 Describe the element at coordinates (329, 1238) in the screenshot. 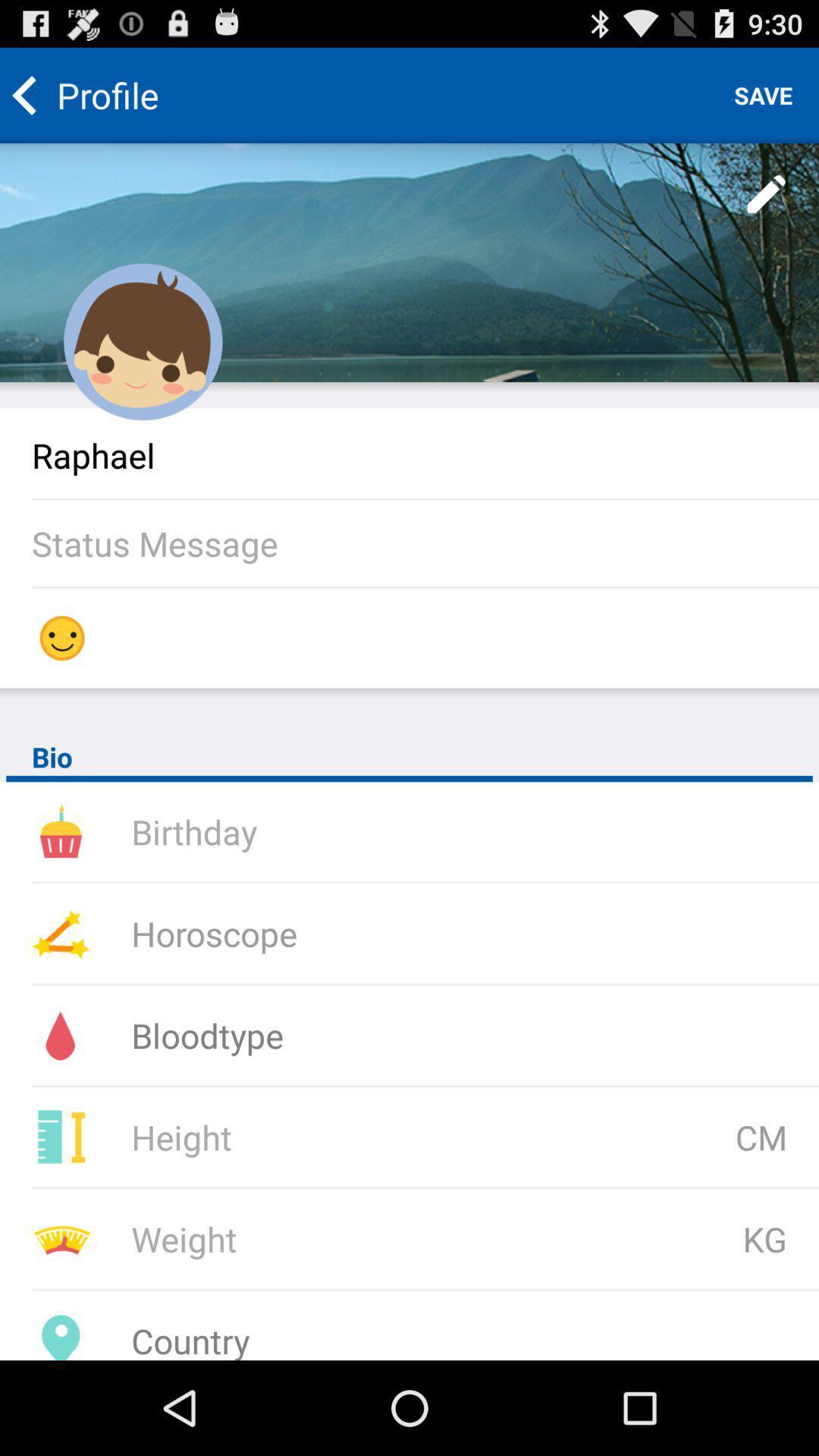

I see `you current weight` at that location.